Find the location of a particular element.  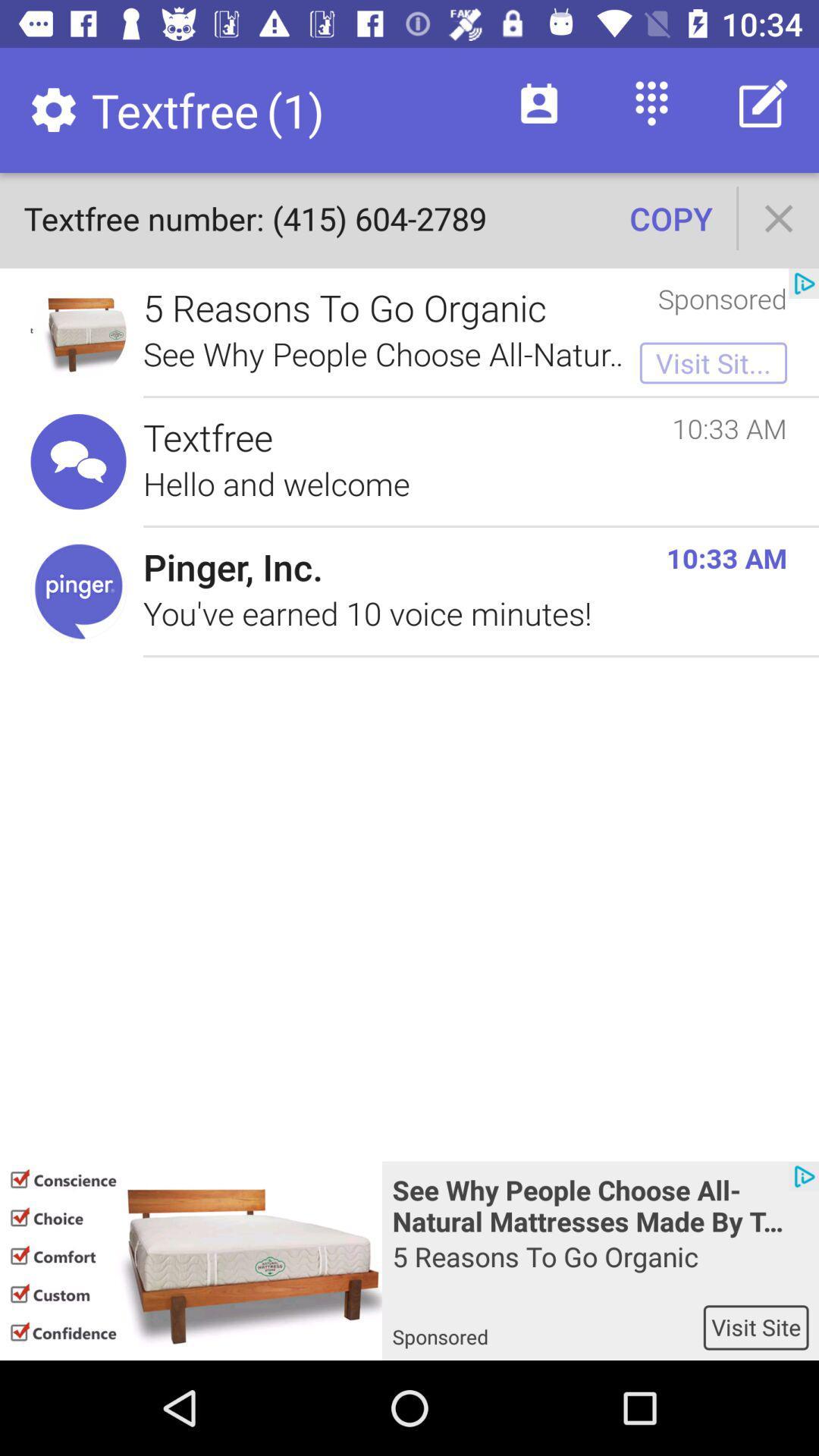

the visit site is located at coordinates (756, 1326).